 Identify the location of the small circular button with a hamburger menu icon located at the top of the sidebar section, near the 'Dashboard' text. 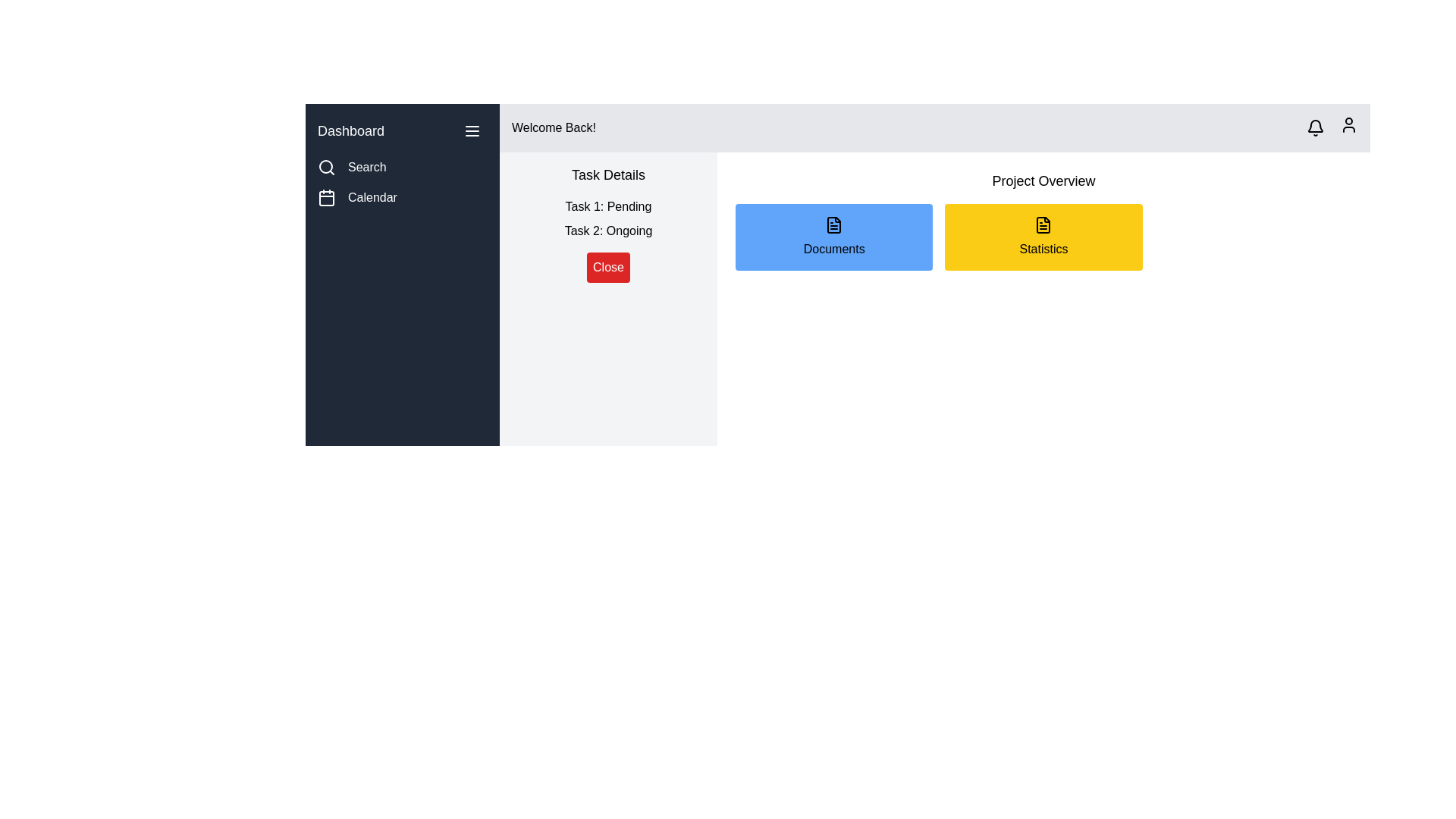
(472, 130).